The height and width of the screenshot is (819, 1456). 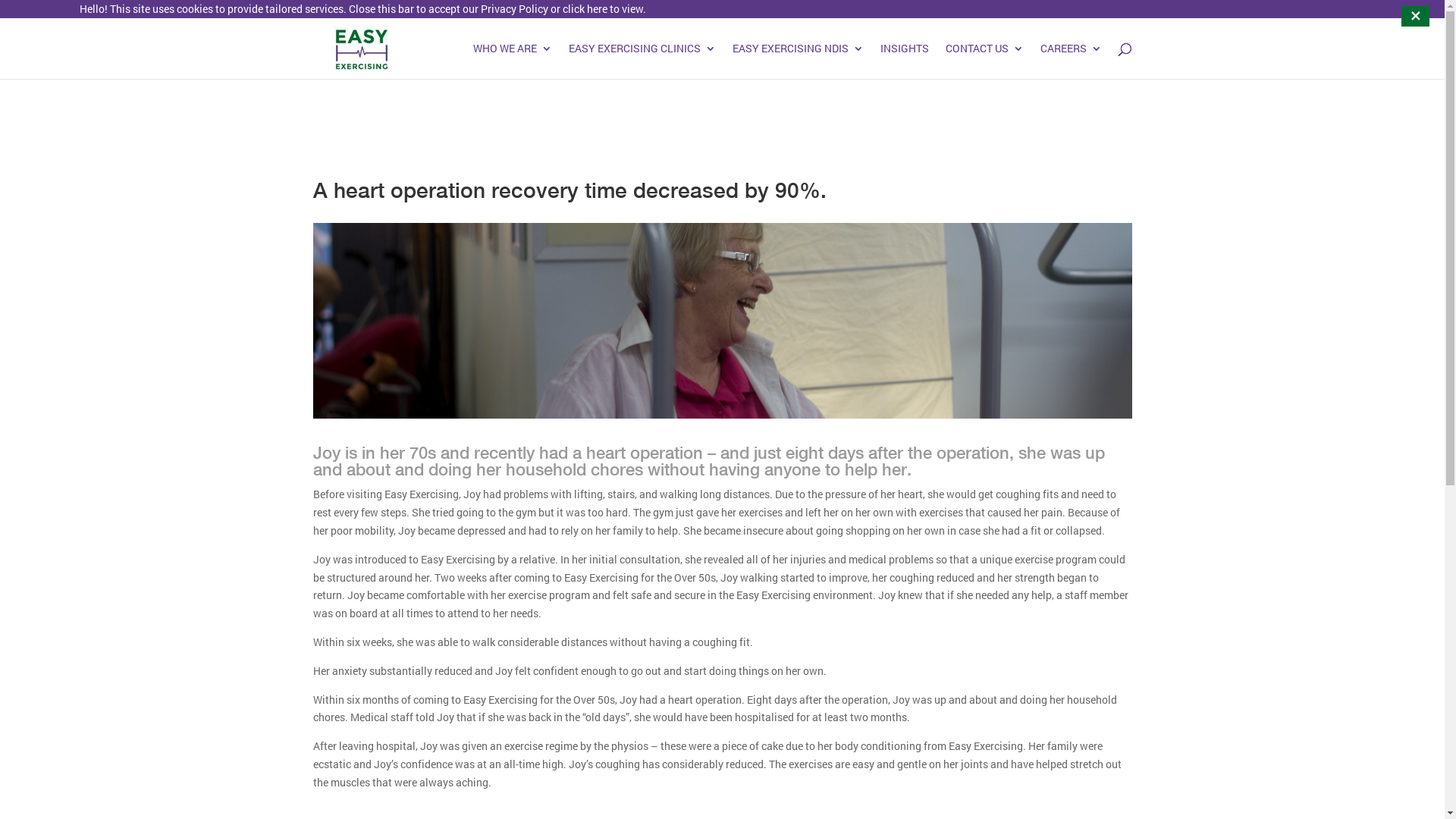 I want to click on 'CONTACT US', so click(x=944, y=60).